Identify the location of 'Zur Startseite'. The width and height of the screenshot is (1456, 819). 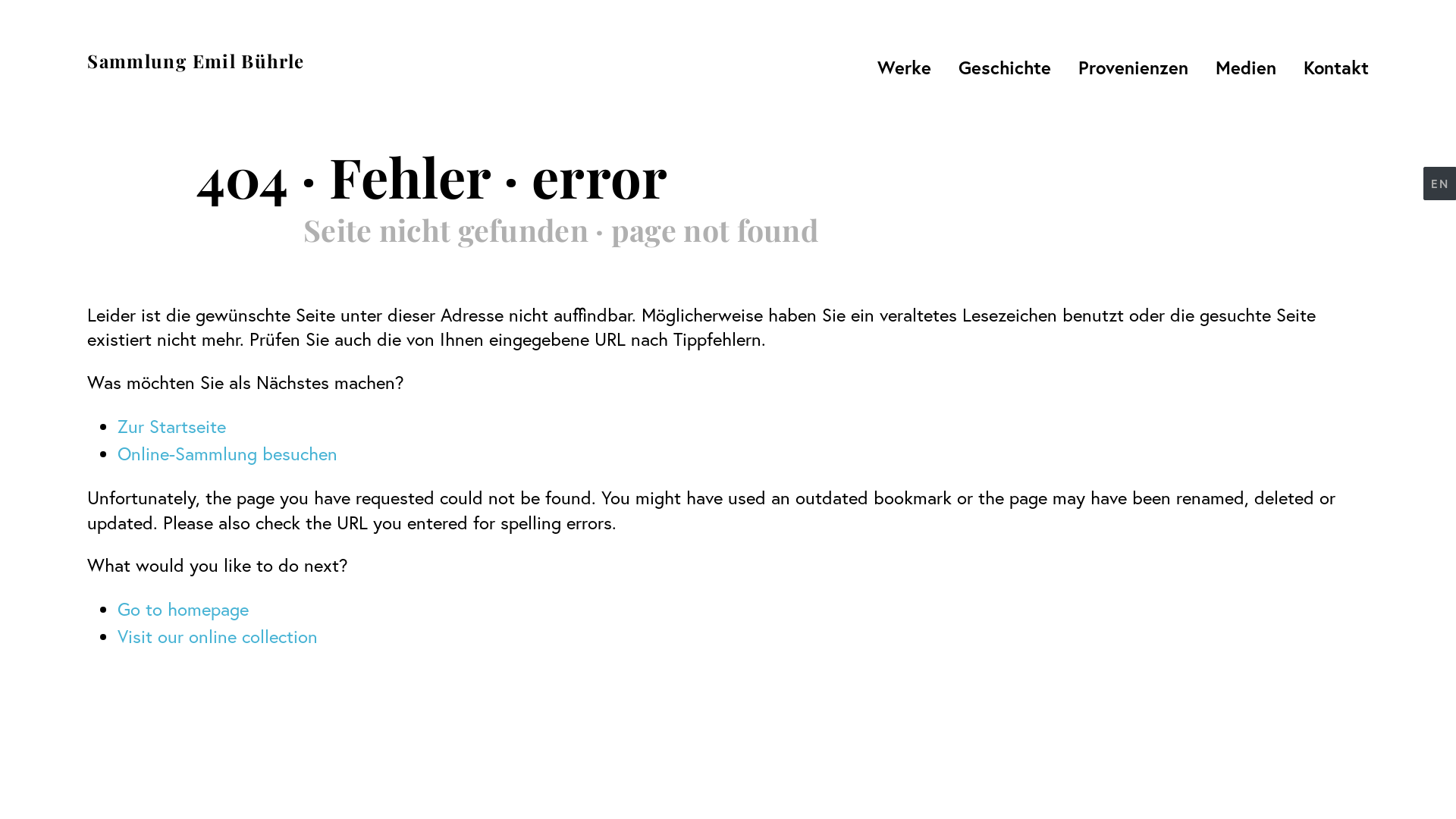
(171, 426).